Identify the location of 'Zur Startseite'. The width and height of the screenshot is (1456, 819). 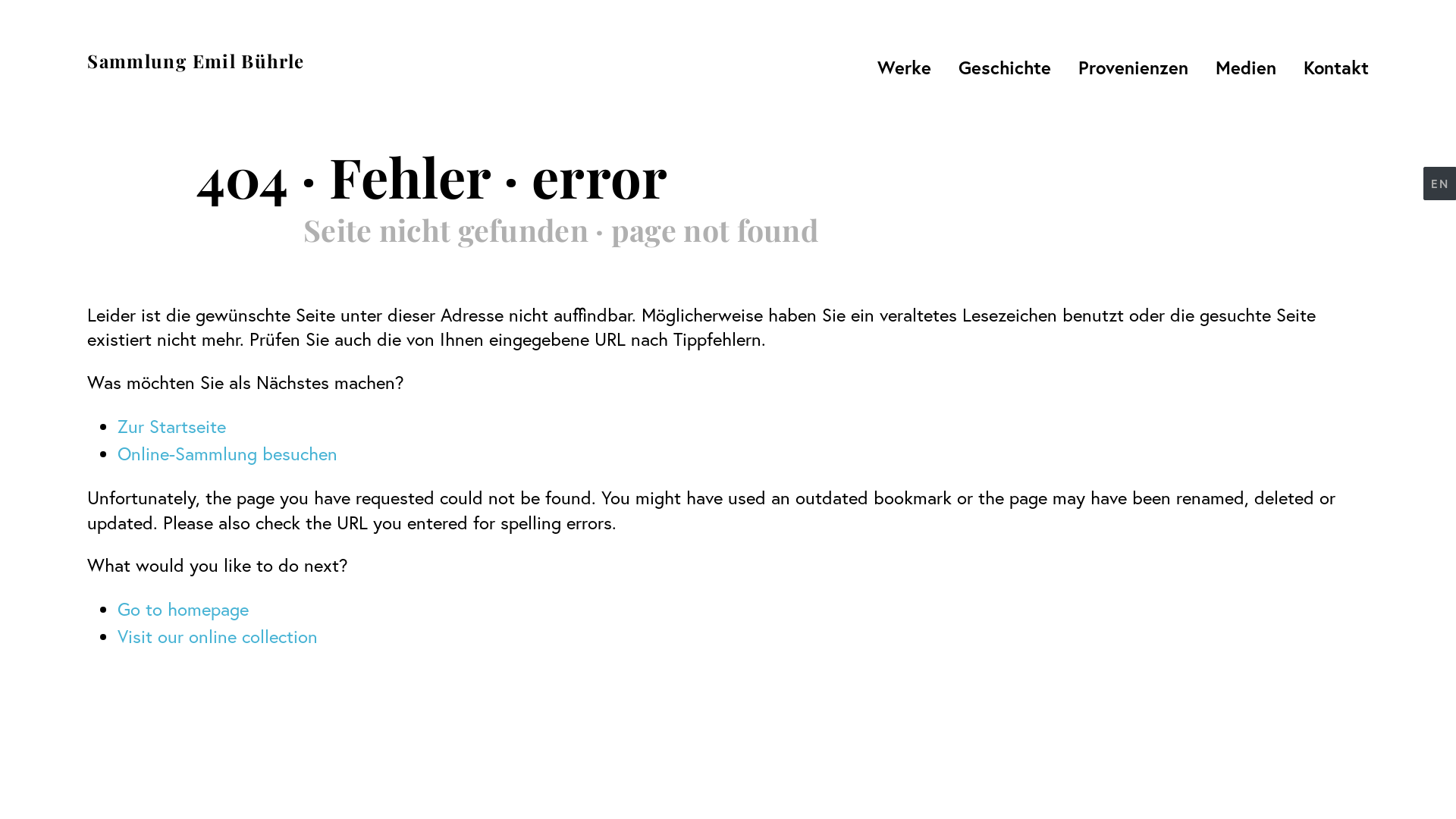
(171, 426).